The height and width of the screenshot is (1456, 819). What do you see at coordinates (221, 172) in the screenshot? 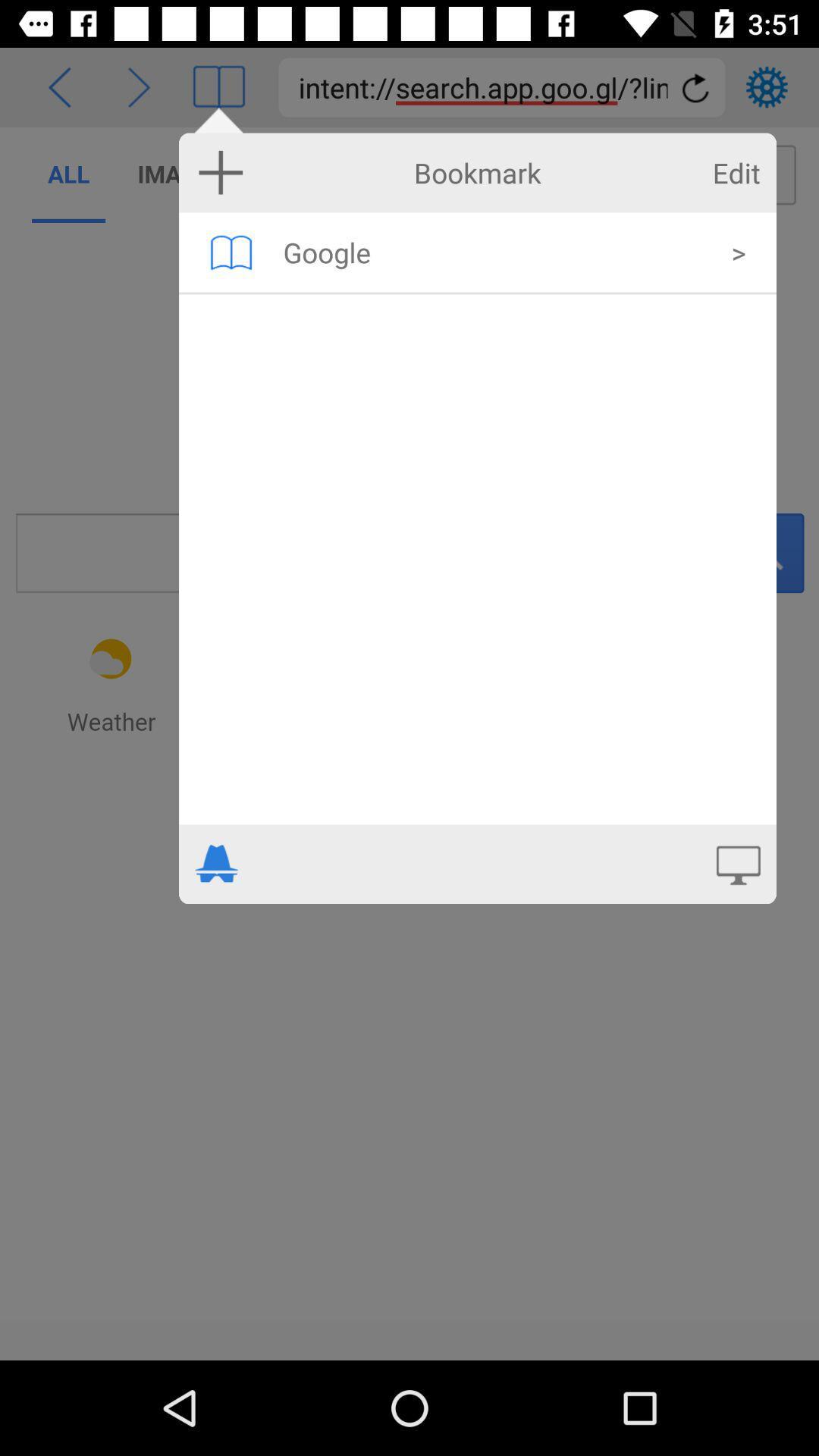
I see `bookmark` at bounding box center [221, 172].